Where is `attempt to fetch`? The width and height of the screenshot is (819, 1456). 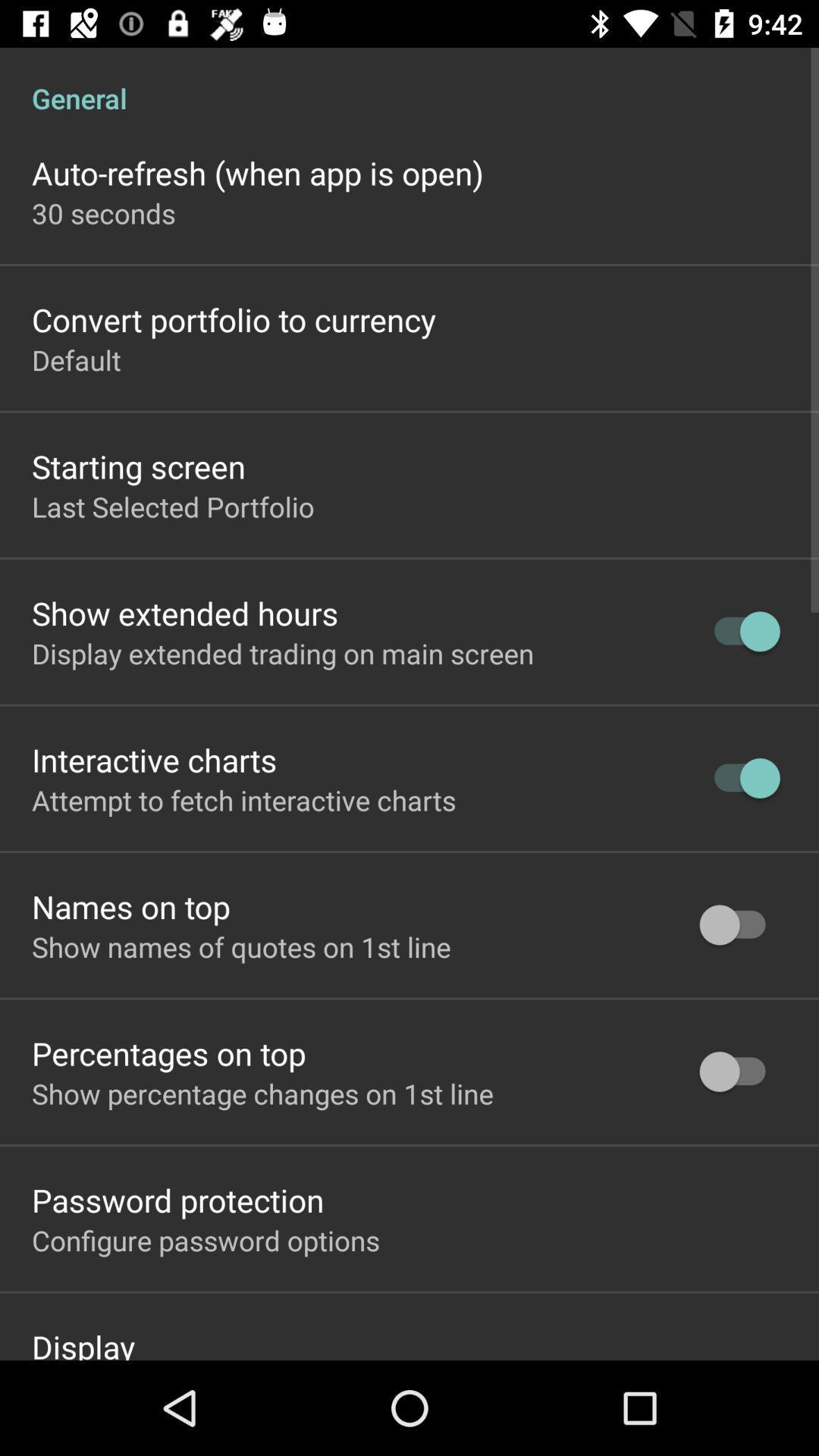 attempt to fetch is located at coordinates (243, 799).